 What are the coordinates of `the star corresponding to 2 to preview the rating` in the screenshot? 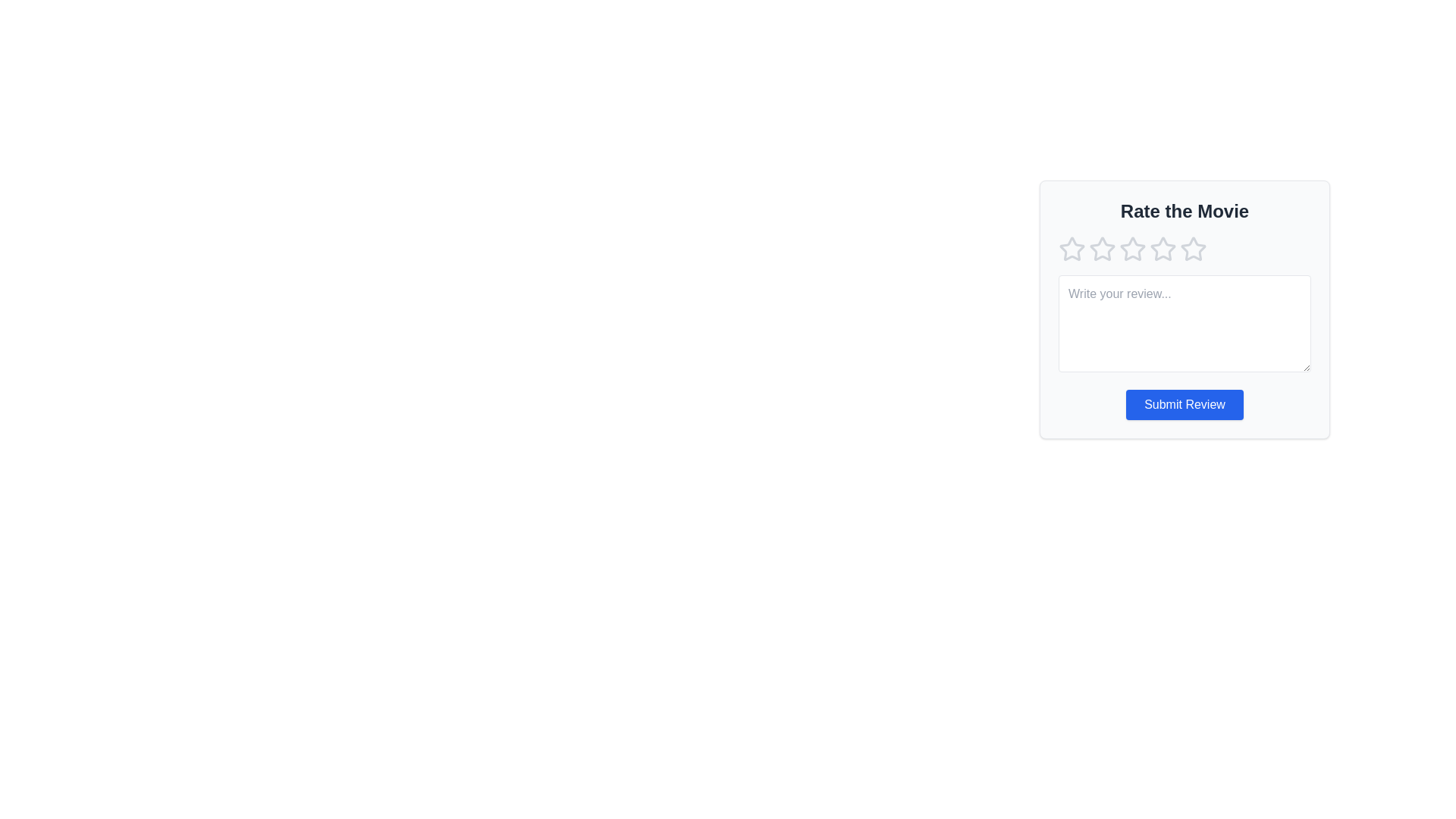 It's located at (1103, 248).